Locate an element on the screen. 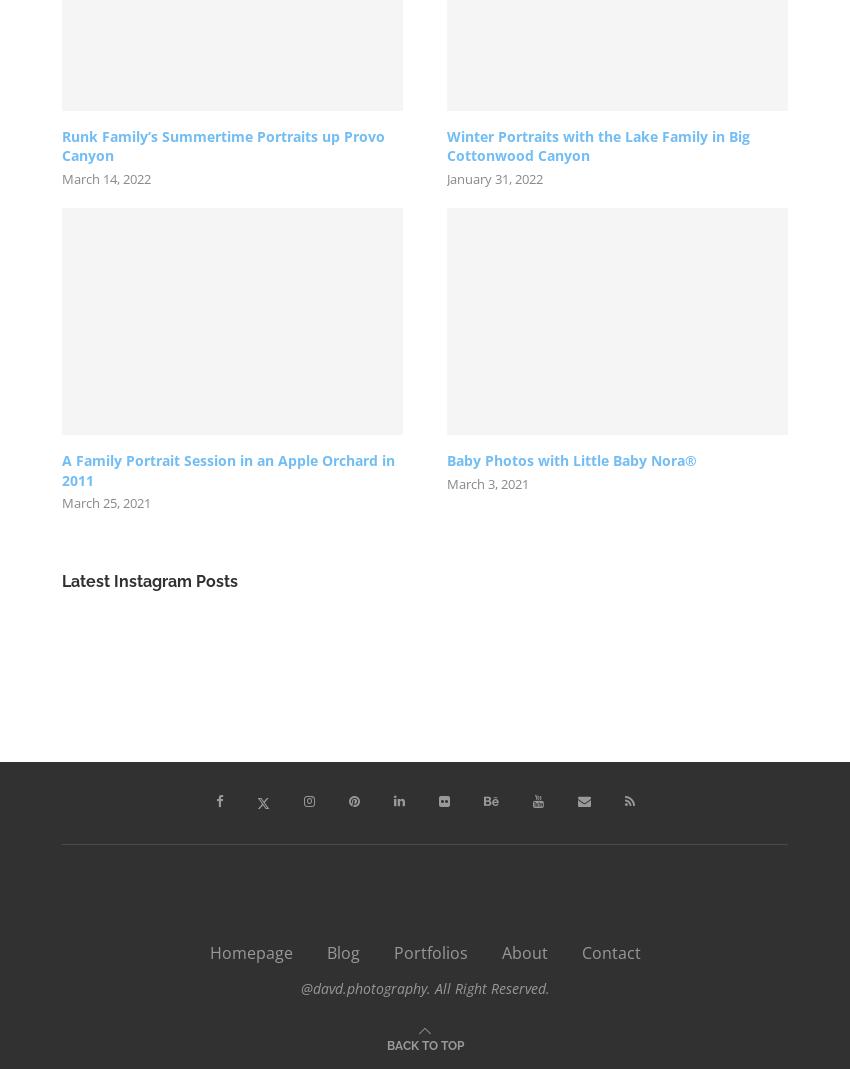 Image resolution: width=850 pixels, height=1069 pixels. 'Runk Family’s Summertime Portraits up Provo Canyon' is located at coordinates (223, 145).